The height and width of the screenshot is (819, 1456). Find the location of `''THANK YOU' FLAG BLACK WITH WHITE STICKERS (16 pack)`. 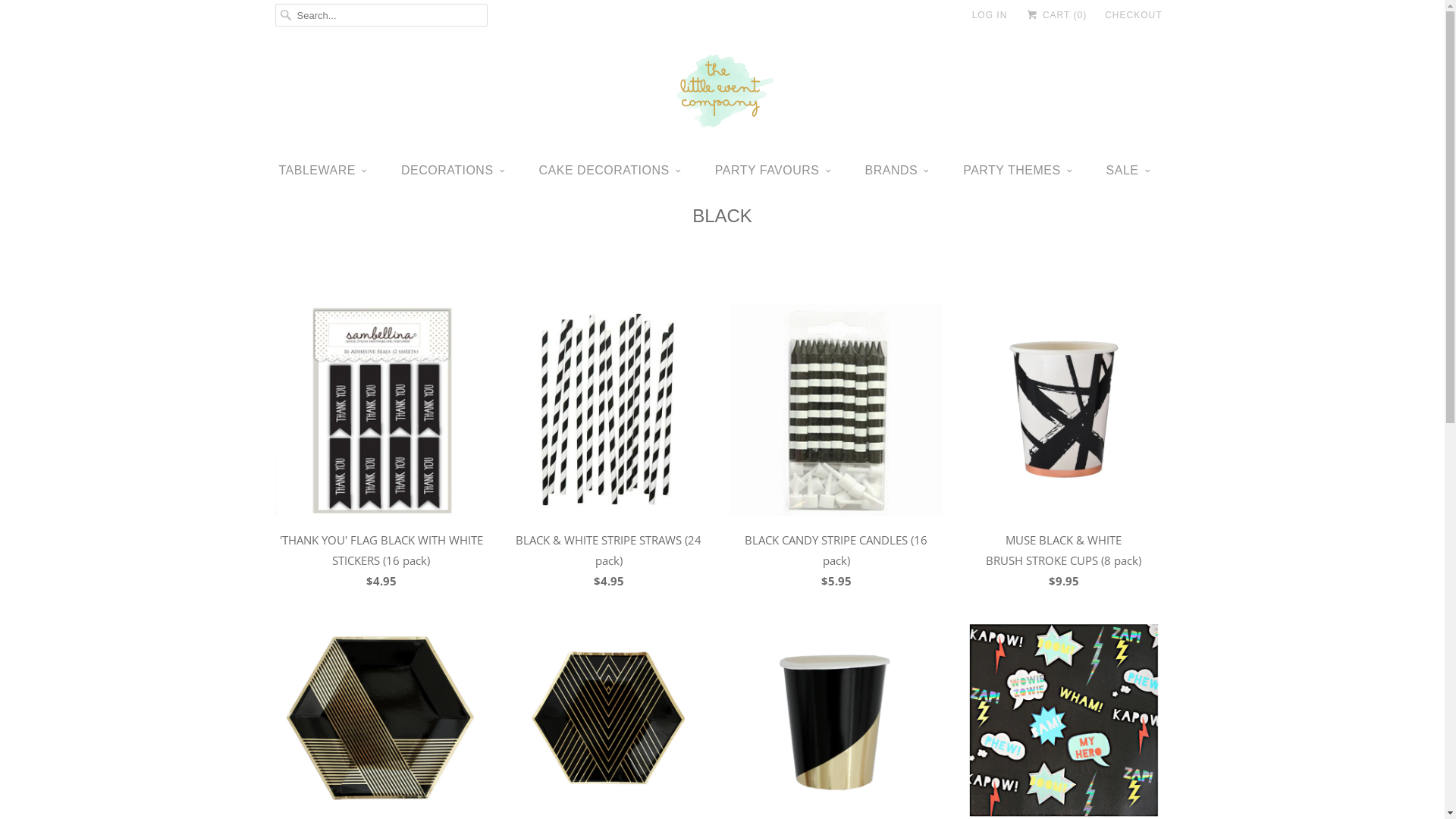

''THANK YOU' FLAG BLACK WITH WHITE STICKERS (16 pack) is located at coordinates (381, 450).